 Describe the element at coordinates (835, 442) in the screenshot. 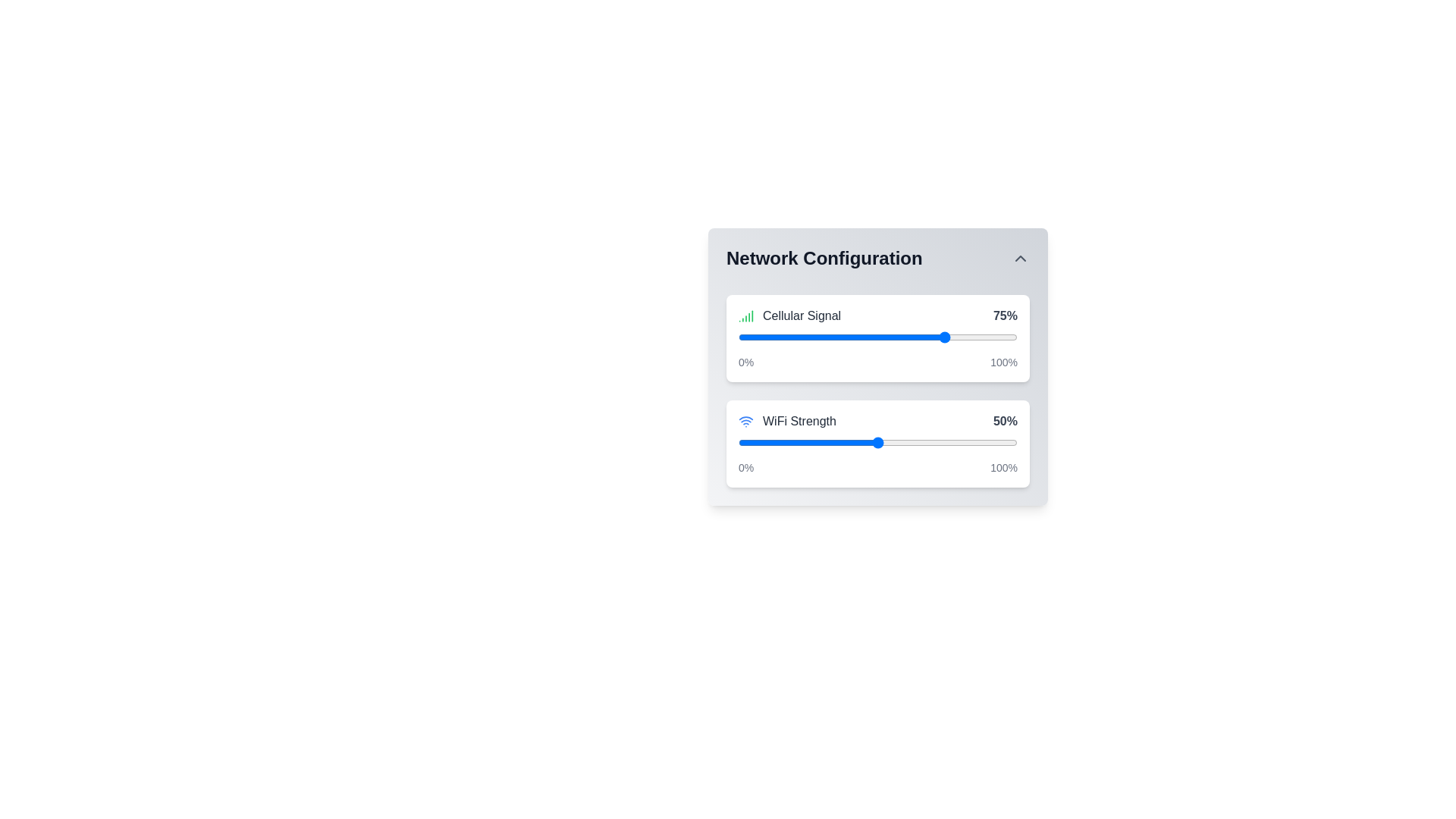

I see `the WiFi strength` at that location.